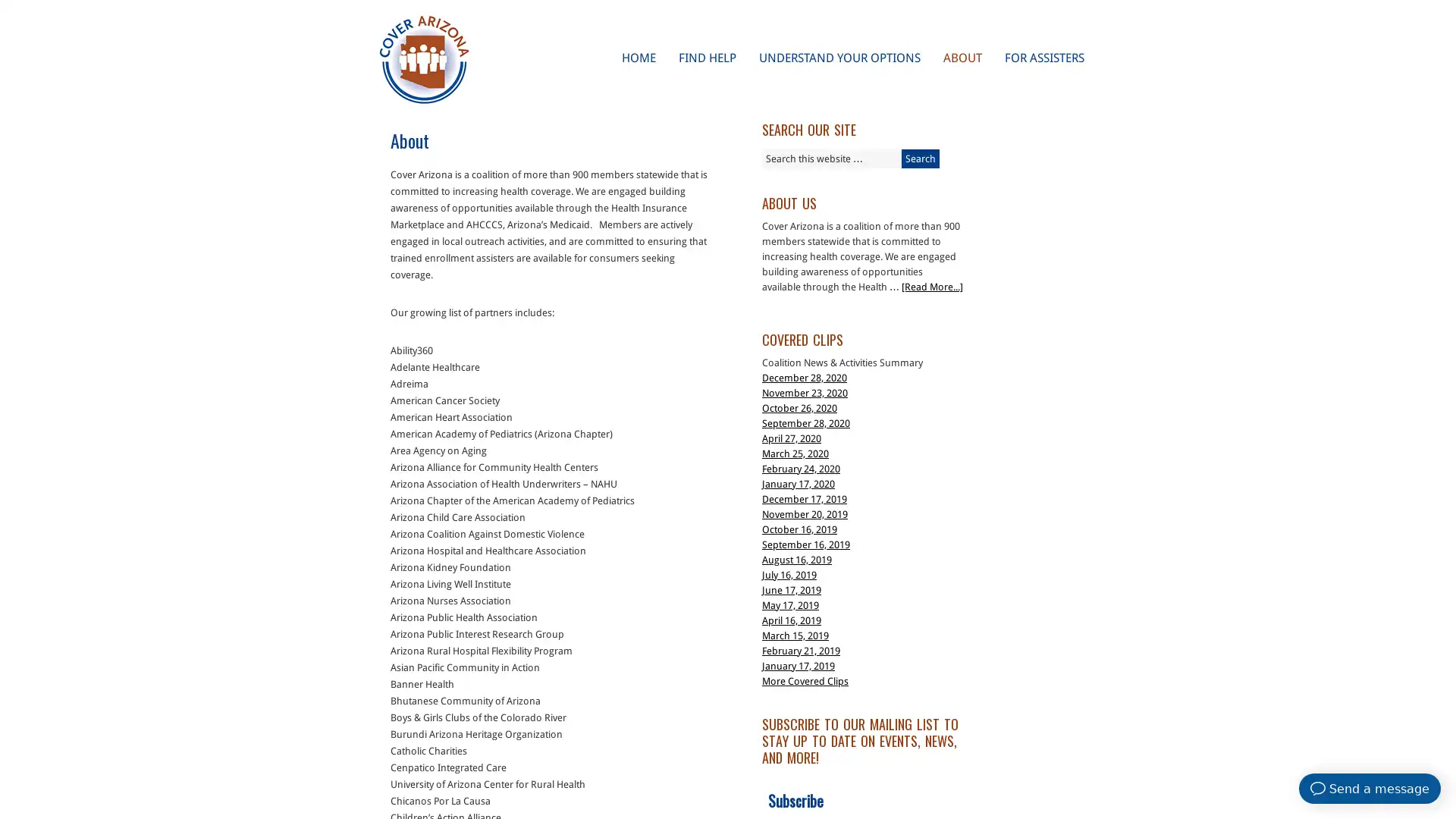 The width and height of the screenshot is (1456, 819). What do you see at coordinates (920, 158) in the screenshot?
I see `Search` at bounding box center [920, 158].